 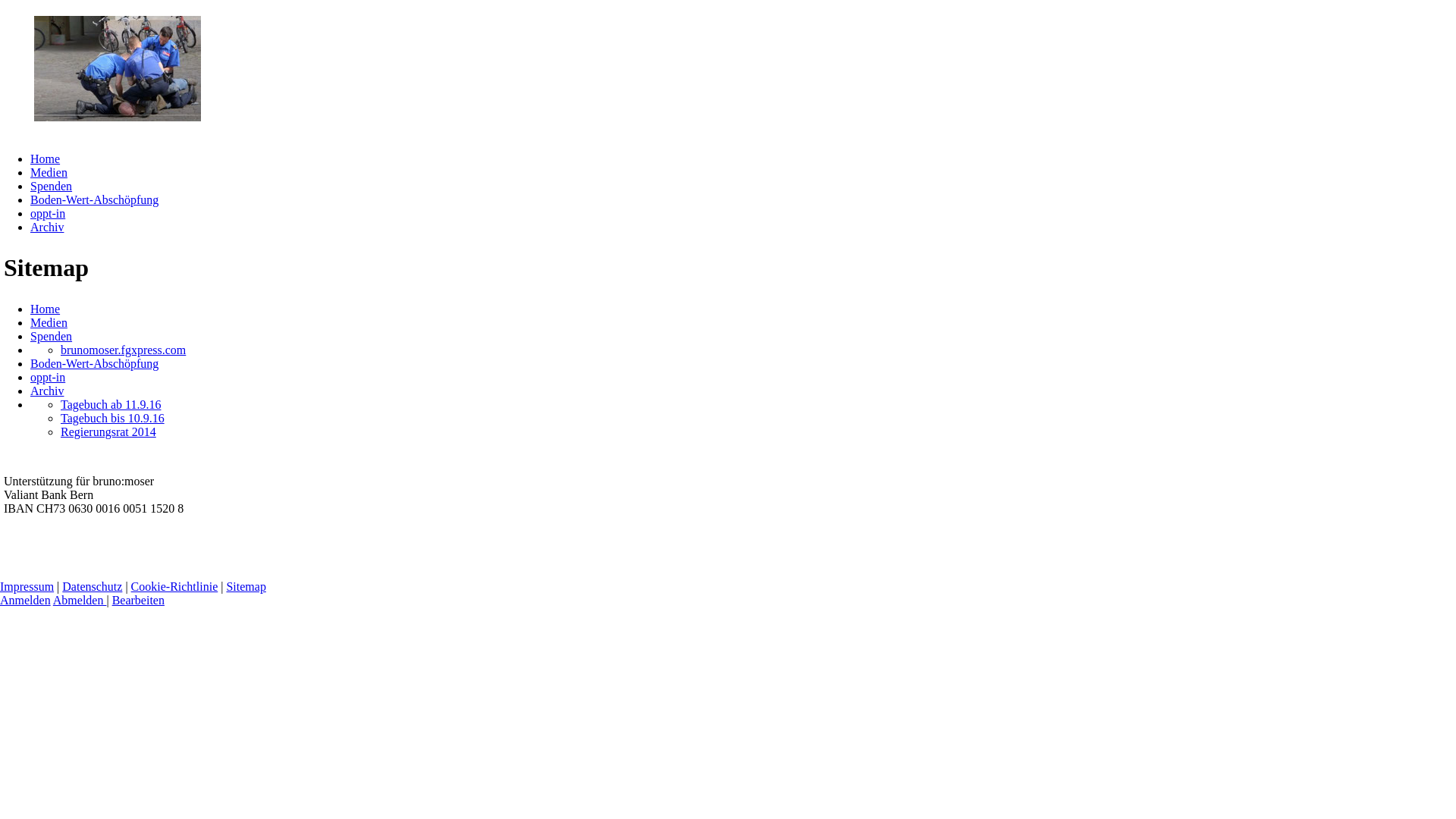 I want to click on 'Anmelden', so click(x=25, y=599).